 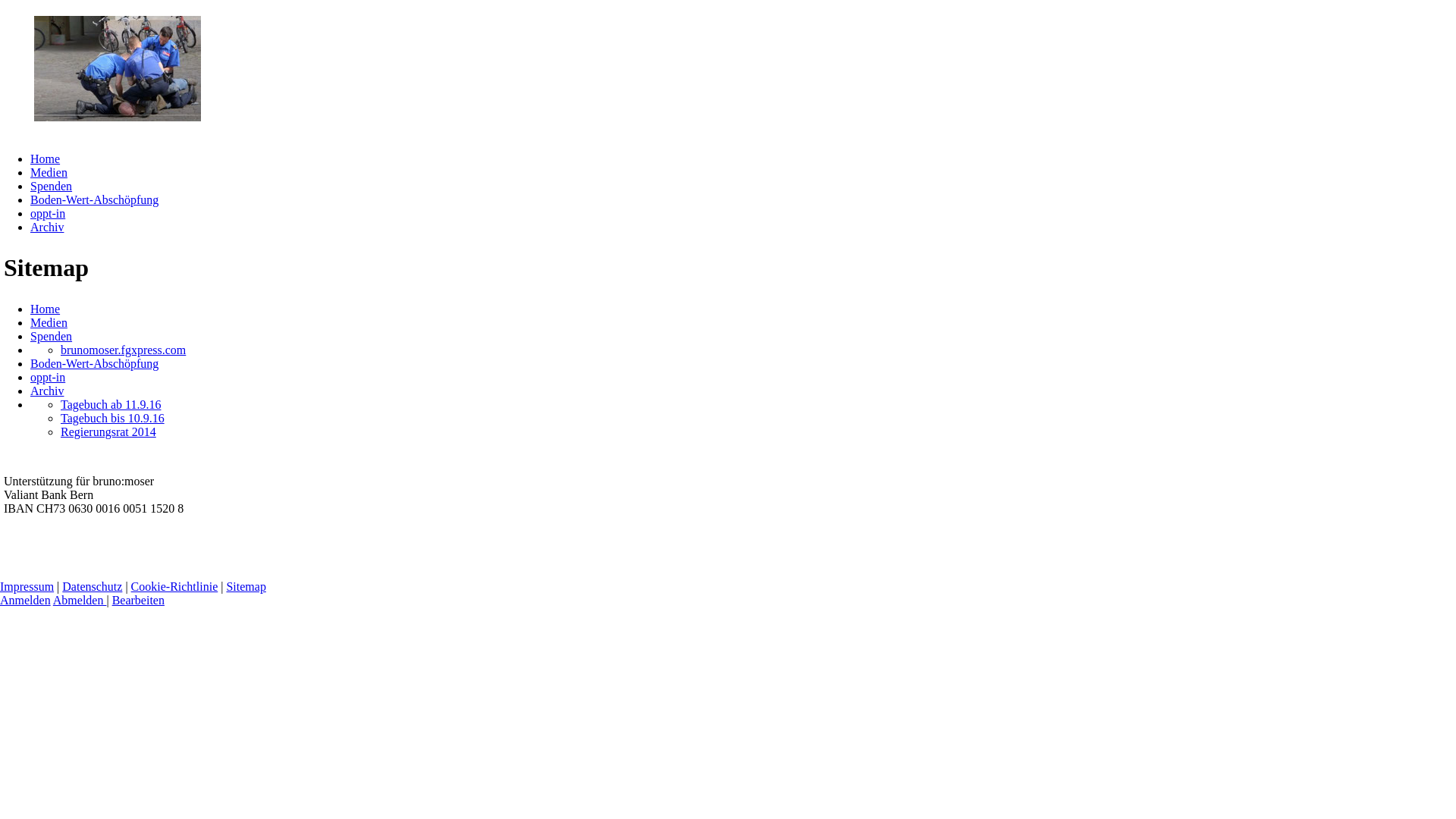 I want to click on 'Anmelden', so click(x=25, y=599).